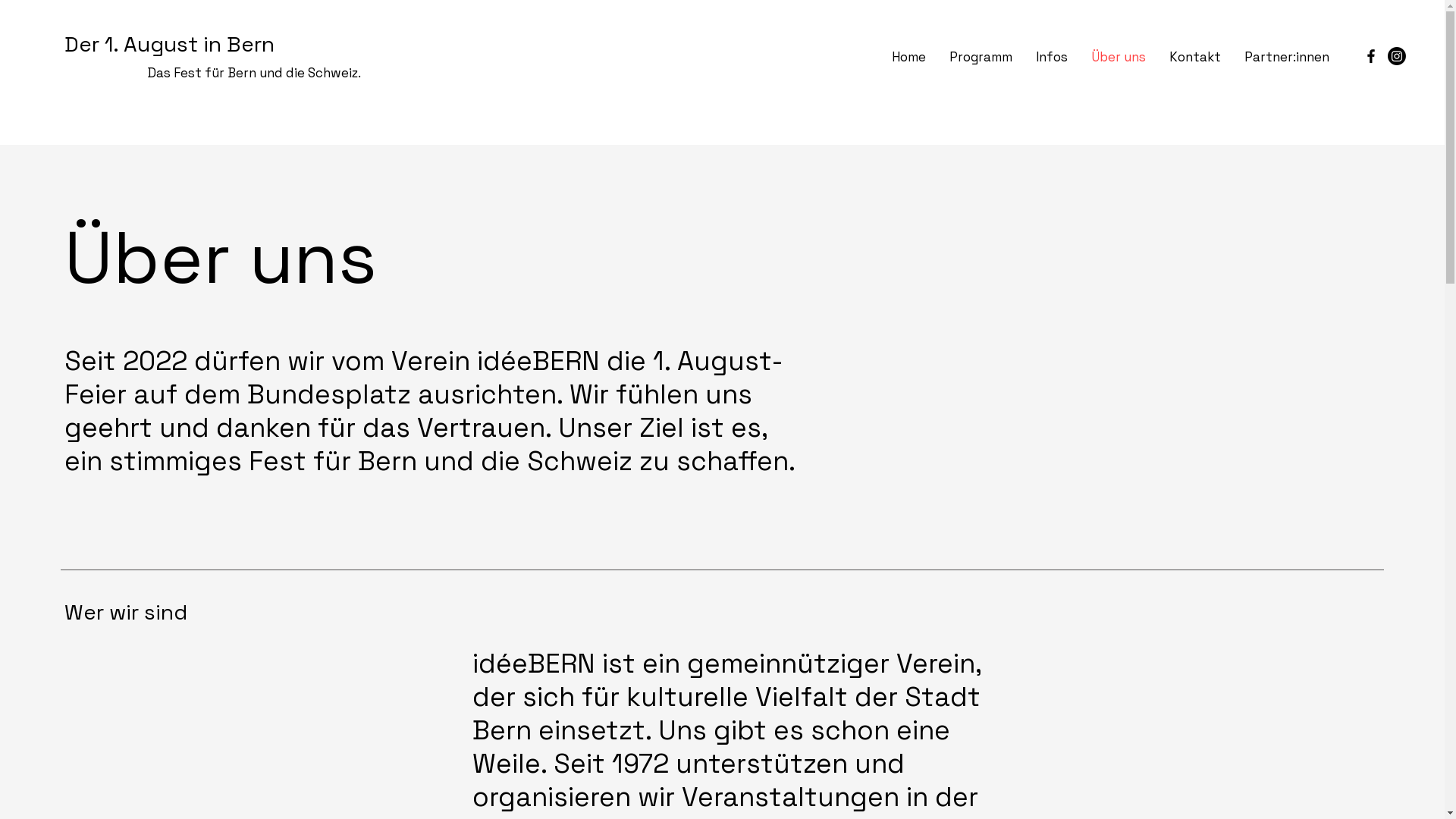 This screenshot has height=819, width=1456. Describe the element at coordinates (1285, 55) in the screenshot. I see `'Partner:innen'` at that location.